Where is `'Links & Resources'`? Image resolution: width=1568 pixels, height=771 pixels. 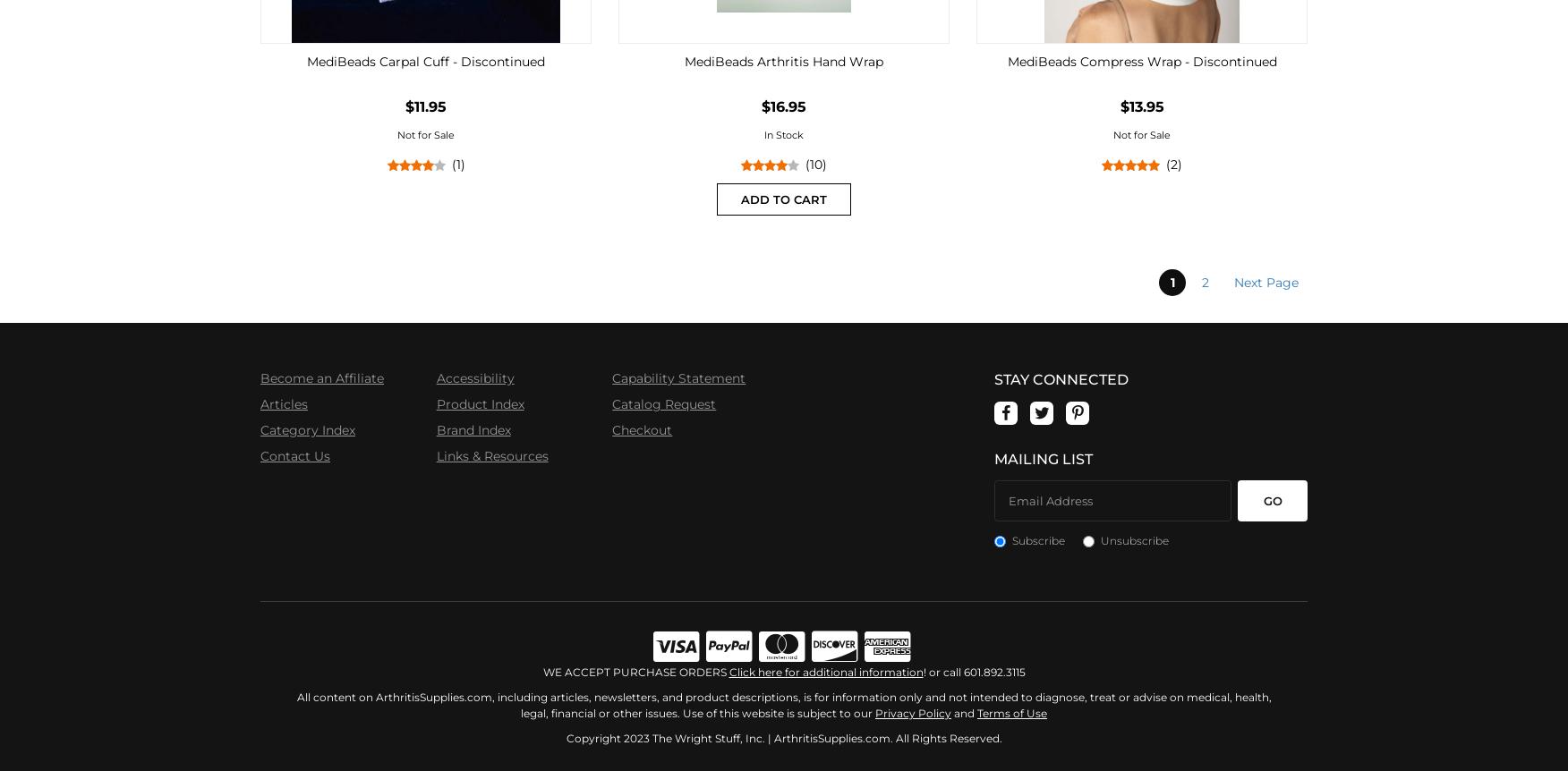 'Links & Resources' is located at coordinates (490, 454).